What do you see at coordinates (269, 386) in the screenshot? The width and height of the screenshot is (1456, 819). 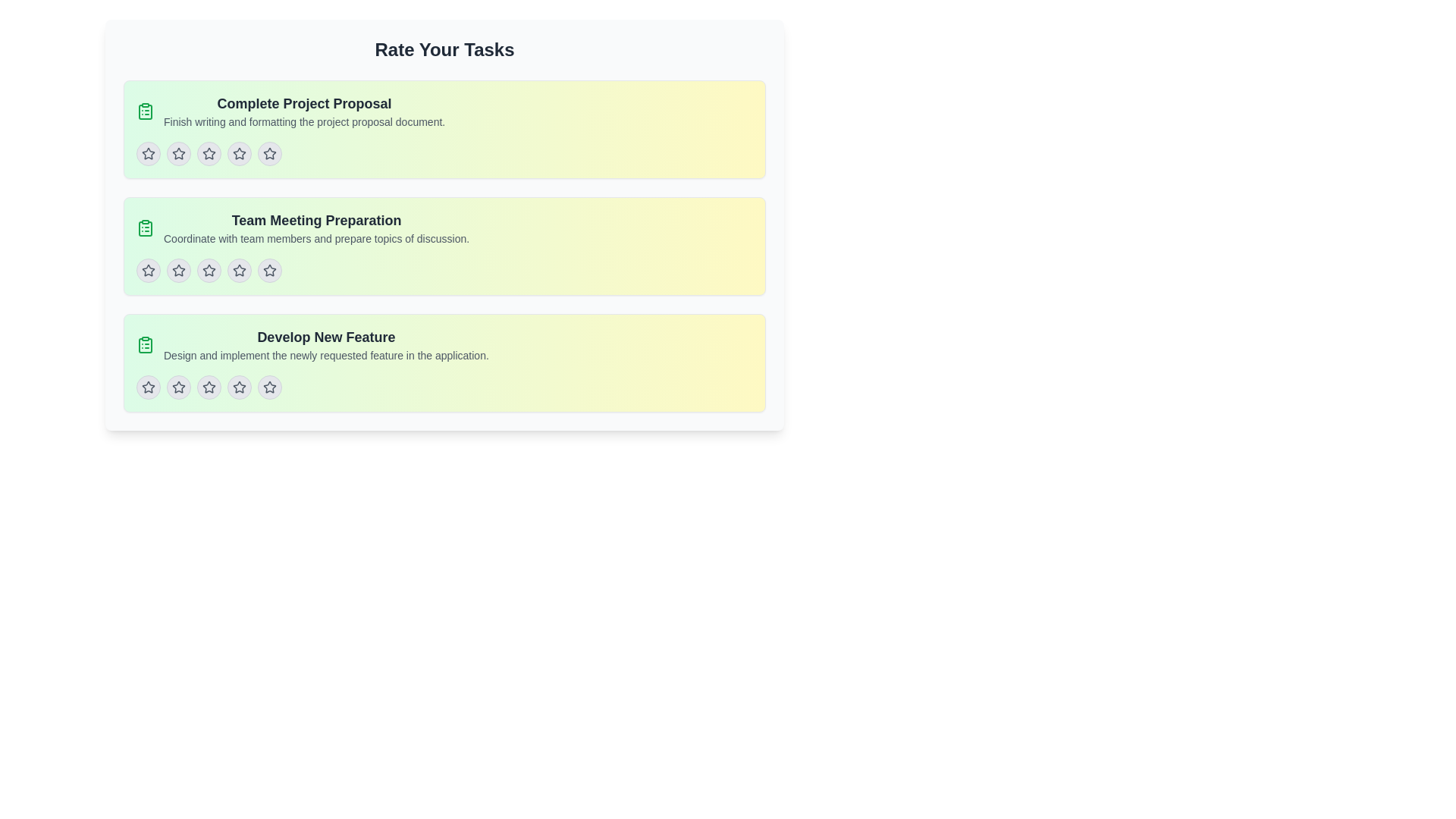 I see `the circular button with a star icon, which is the fifth button from the left in a horizontal group at the bottom right of the task card titled 'Develop New Feature'` at bounding box center [269, 386].